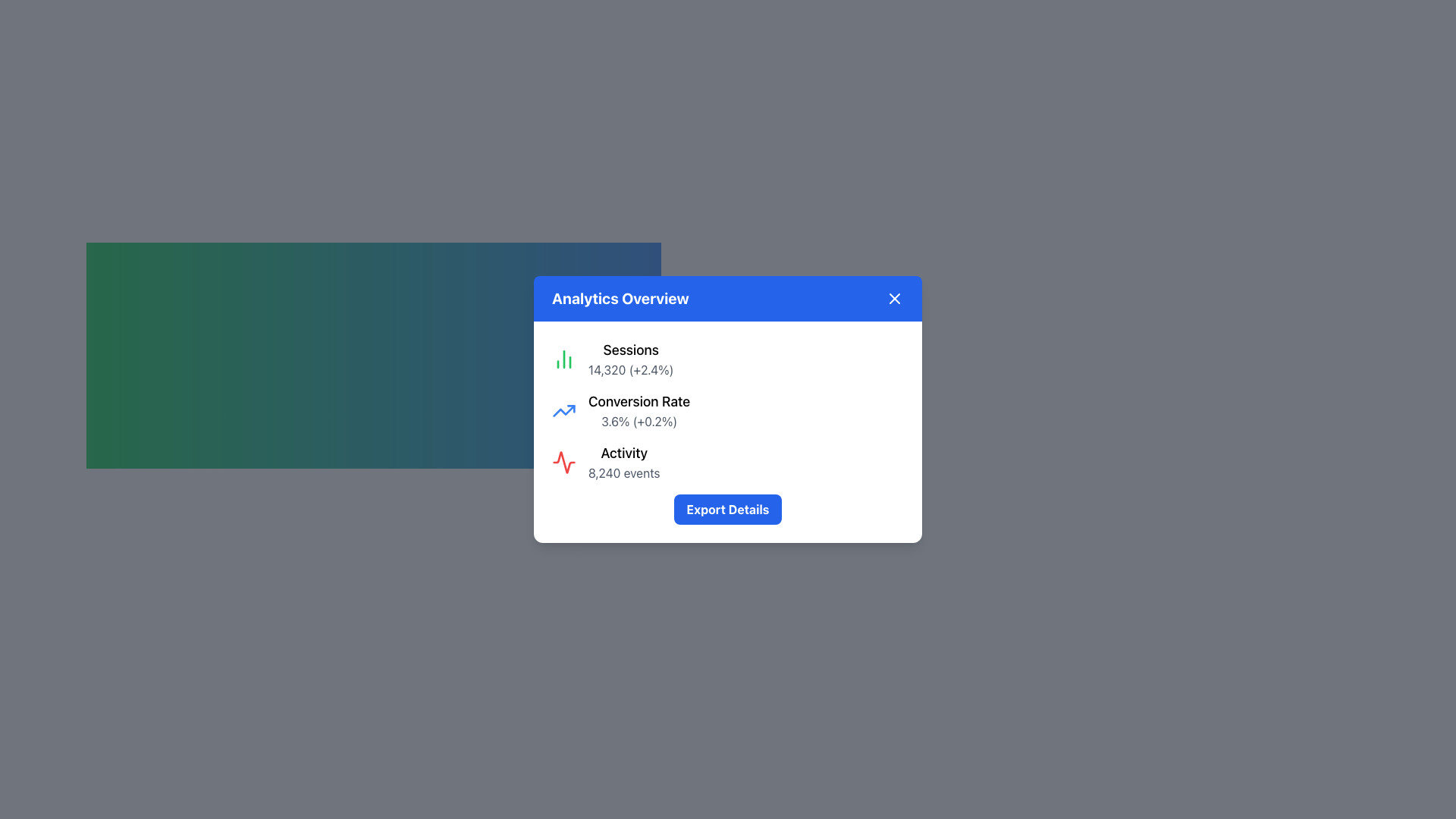  I want to click on the 'Activity' analytics icon located on the third line of content within the analytics data box, directly to the left of the 'Activity' label text, so click(563, 461).